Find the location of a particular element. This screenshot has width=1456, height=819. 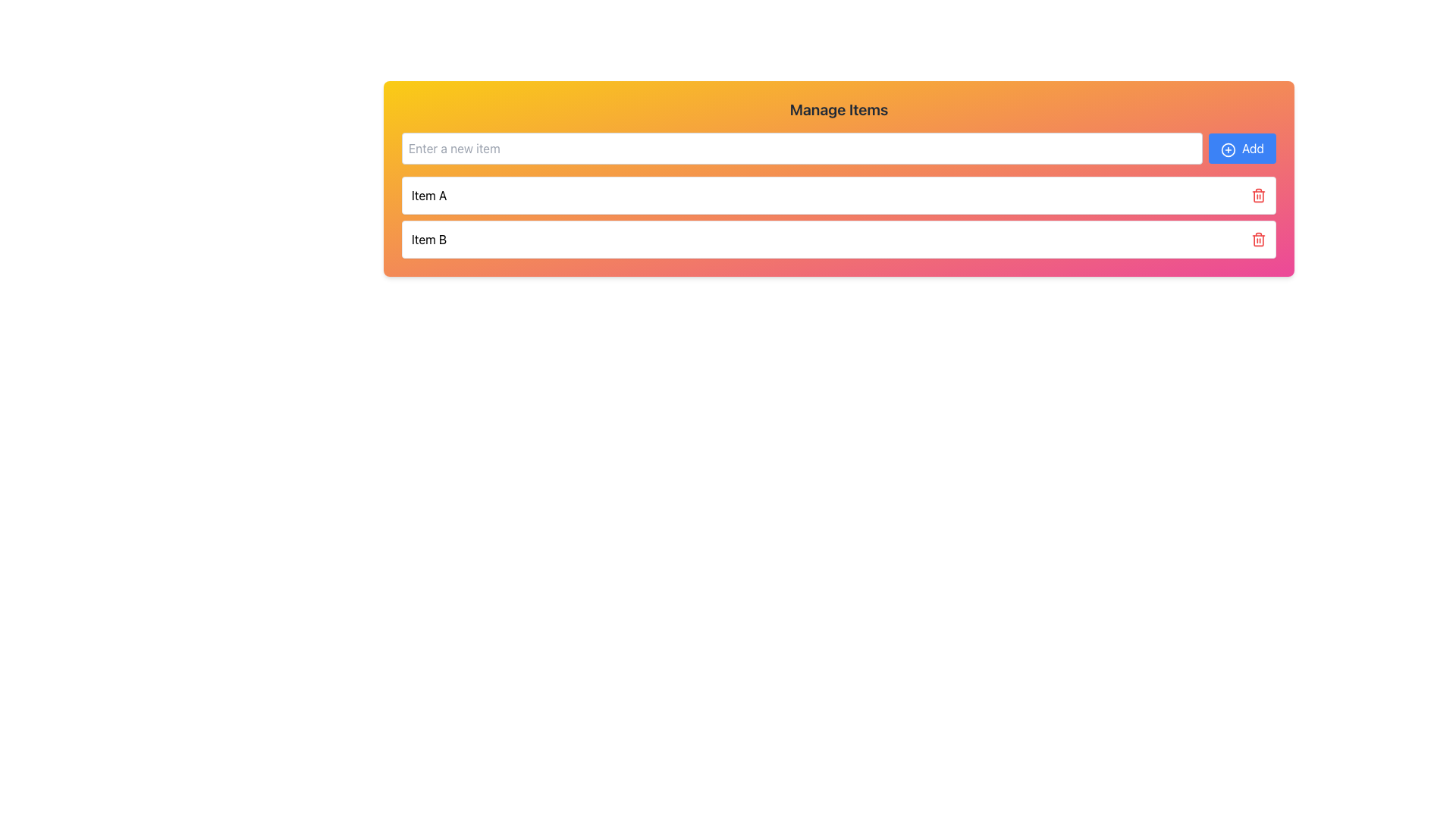

the trash icon button in red color located at the far right end of the first list item box labeled 'Item A' is located at coordinates (1259, 195).